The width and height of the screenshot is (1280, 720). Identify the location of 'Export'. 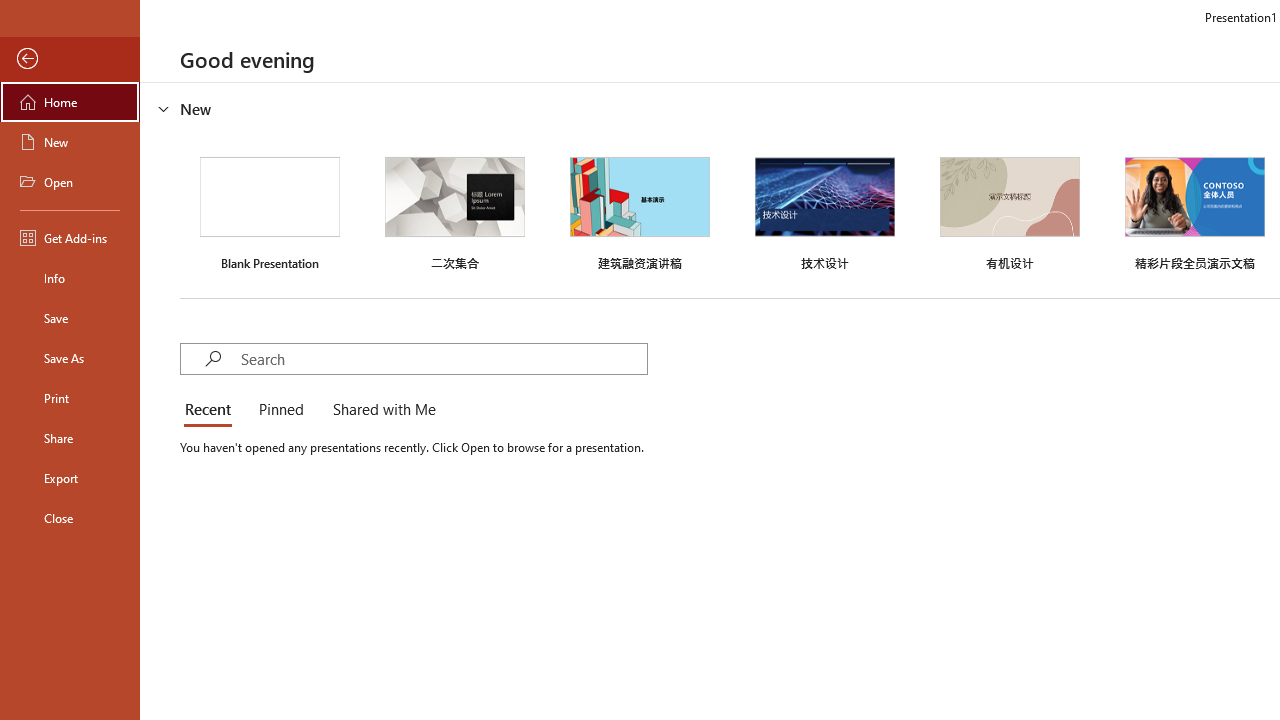
(69, 478).